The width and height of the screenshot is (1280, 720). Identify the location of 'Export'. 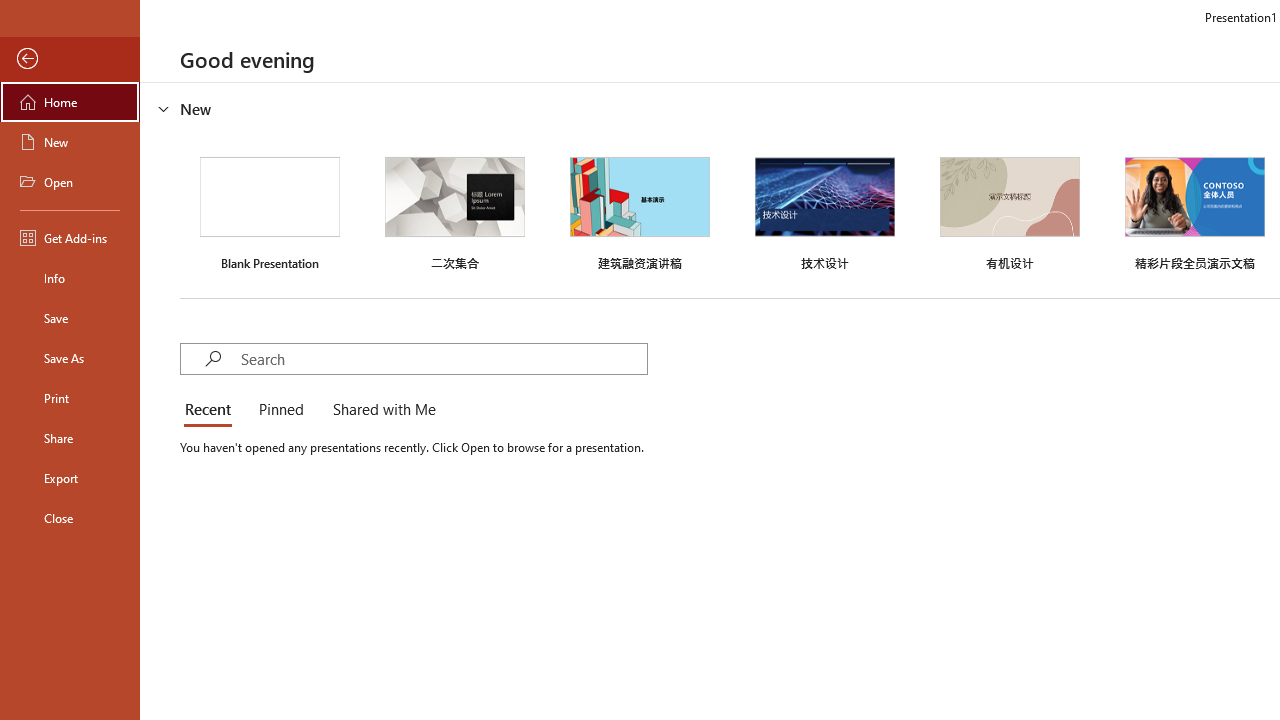
(69, 478).